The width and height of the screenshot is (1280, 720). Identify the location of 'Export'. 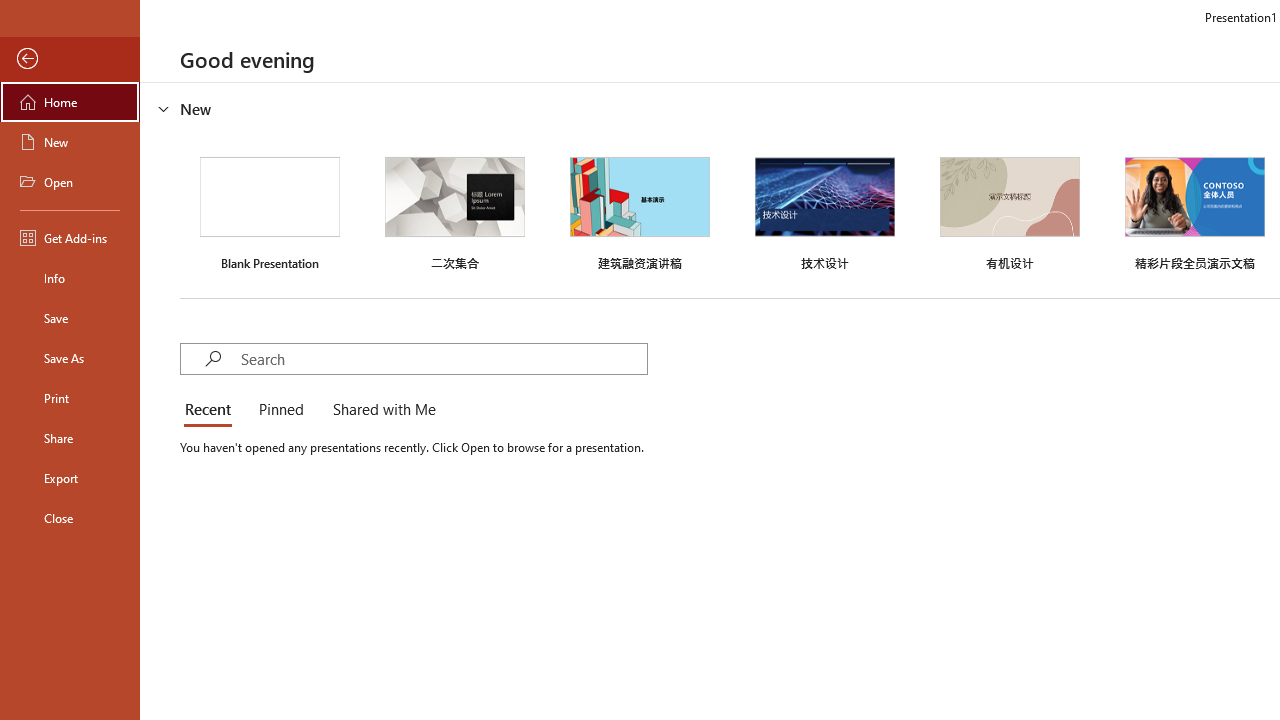
(69, 478).